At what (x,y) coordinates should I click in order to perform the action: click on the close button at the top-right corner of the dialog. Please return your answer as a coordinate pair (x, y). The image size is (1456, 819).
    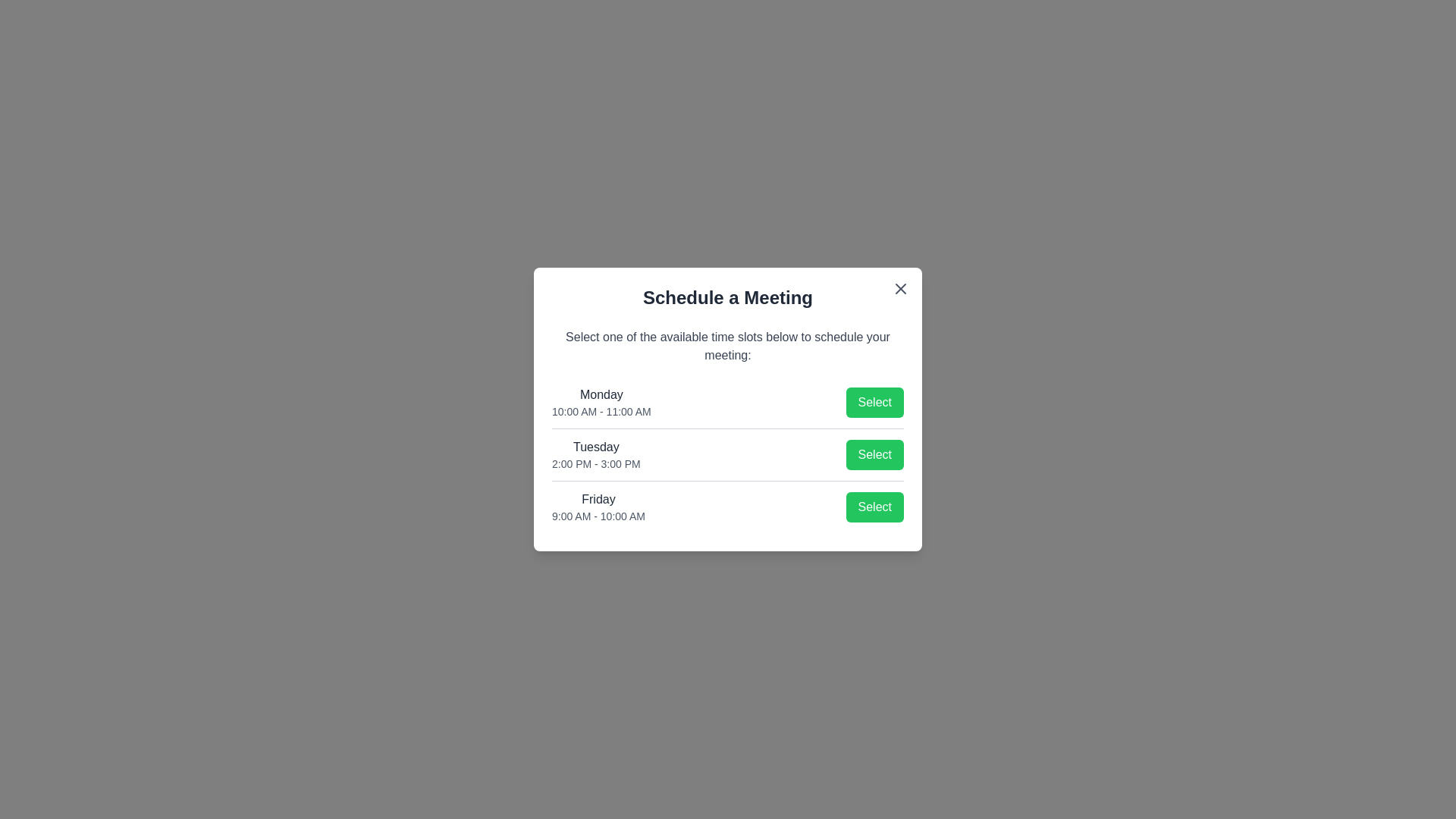
    Looking at the image, I should click on (901, 289).